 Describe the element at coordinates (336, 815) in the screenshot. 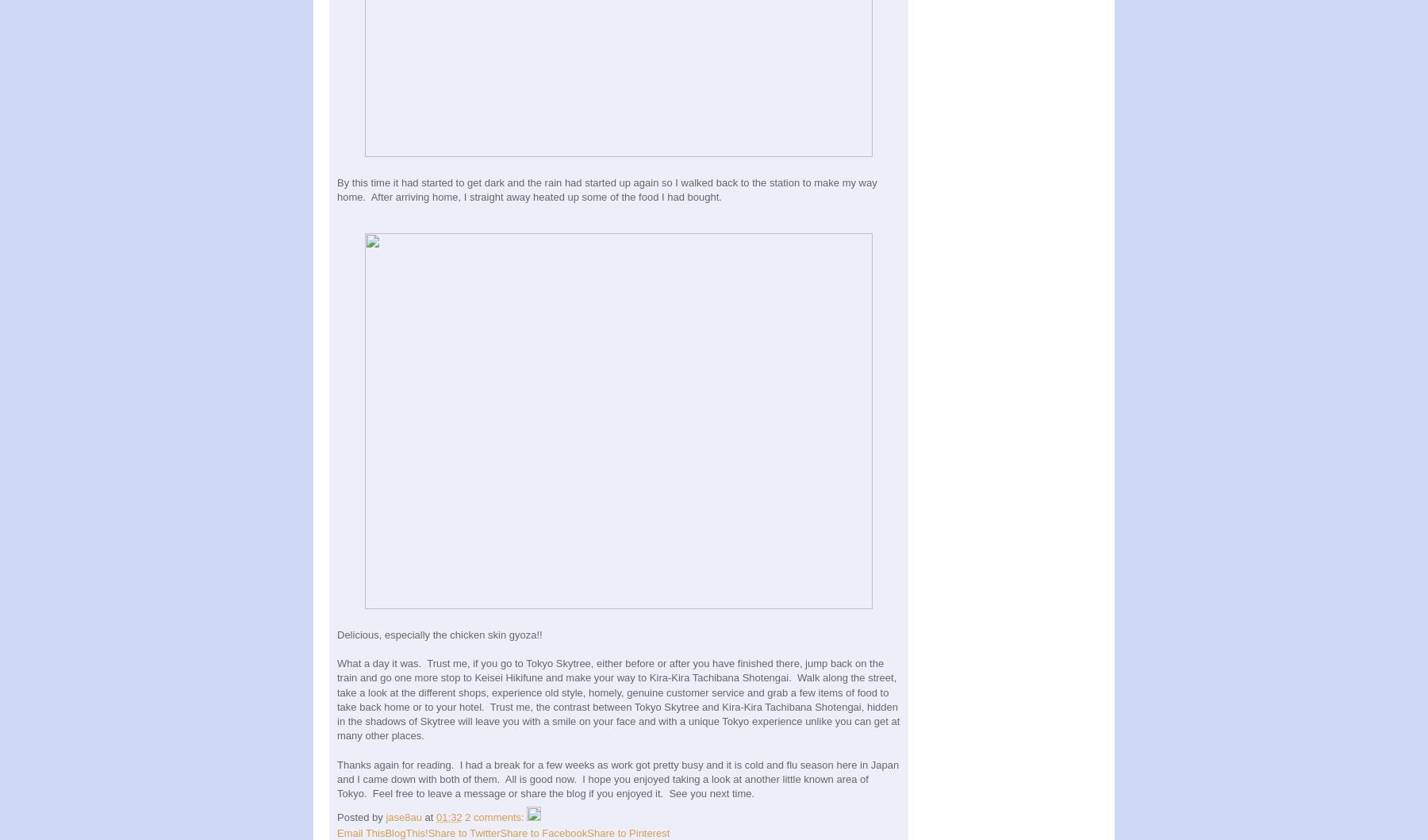

I see `'Posted by'` at that location.